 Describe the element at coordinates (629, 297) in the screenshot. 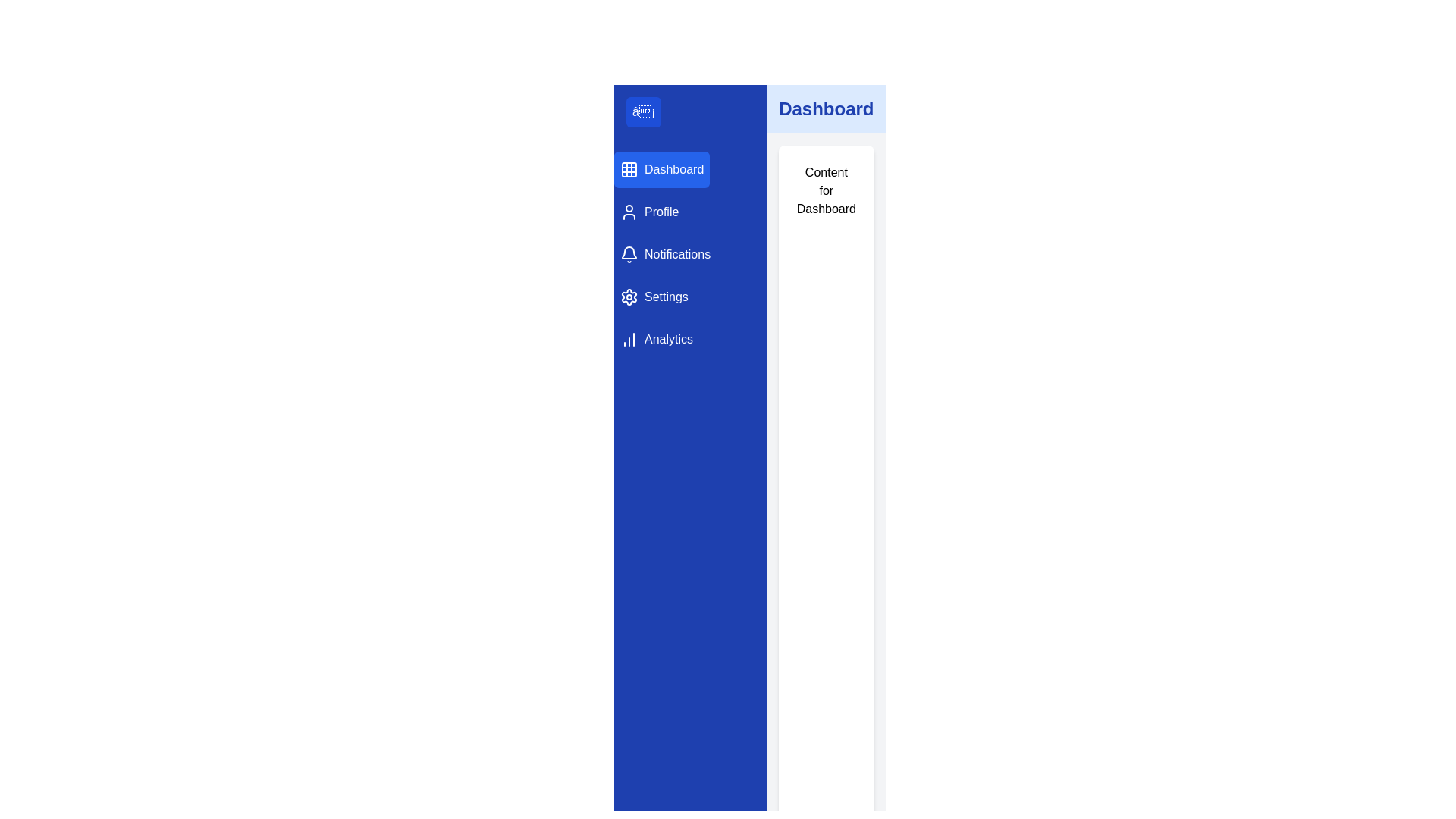

I see `the gear-shaped 'Settings' icon` at that location.